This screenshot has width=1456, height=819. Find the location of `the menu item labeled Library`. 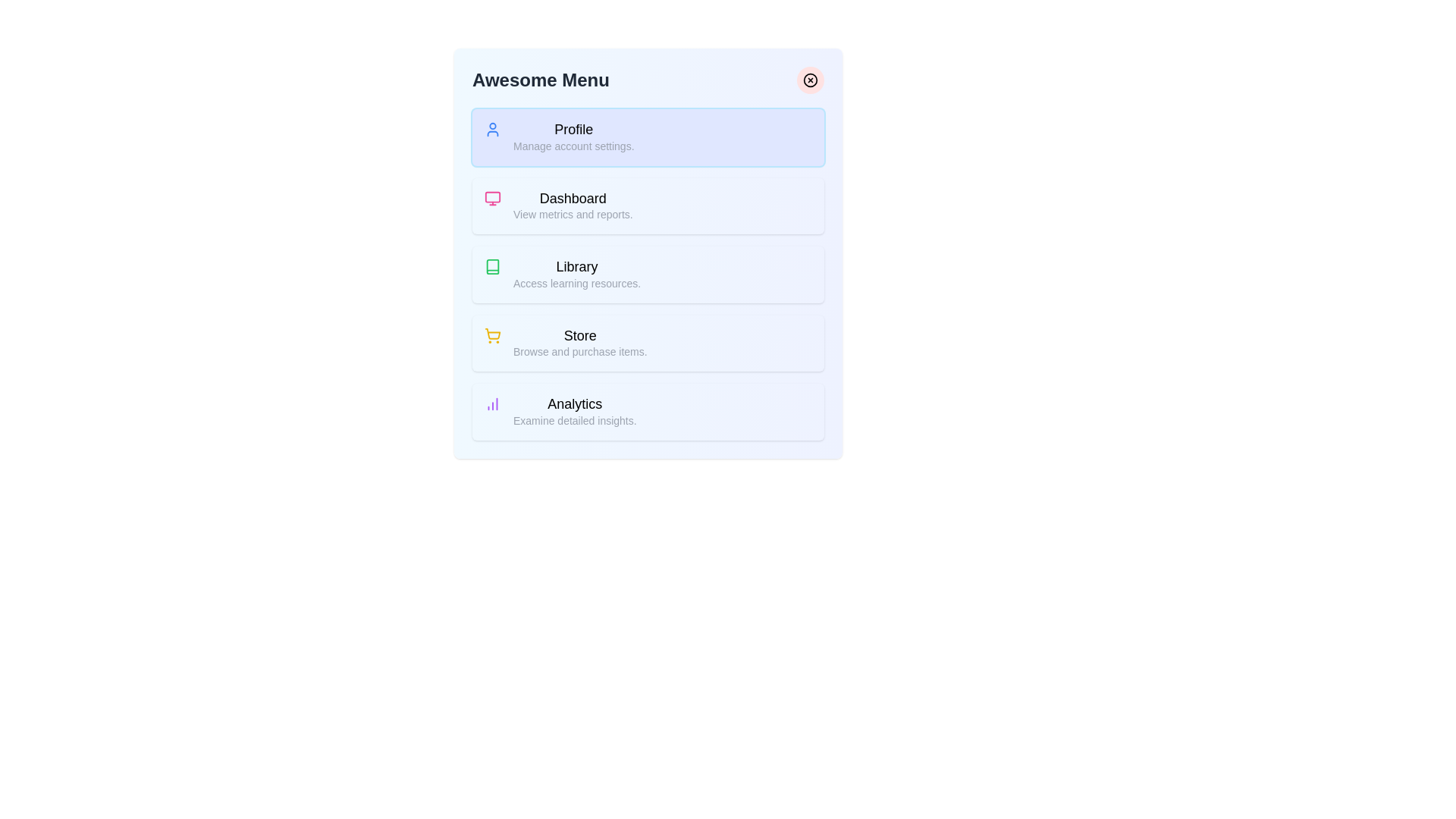

the menu item labeled Library is located at coordinates (648, 275).